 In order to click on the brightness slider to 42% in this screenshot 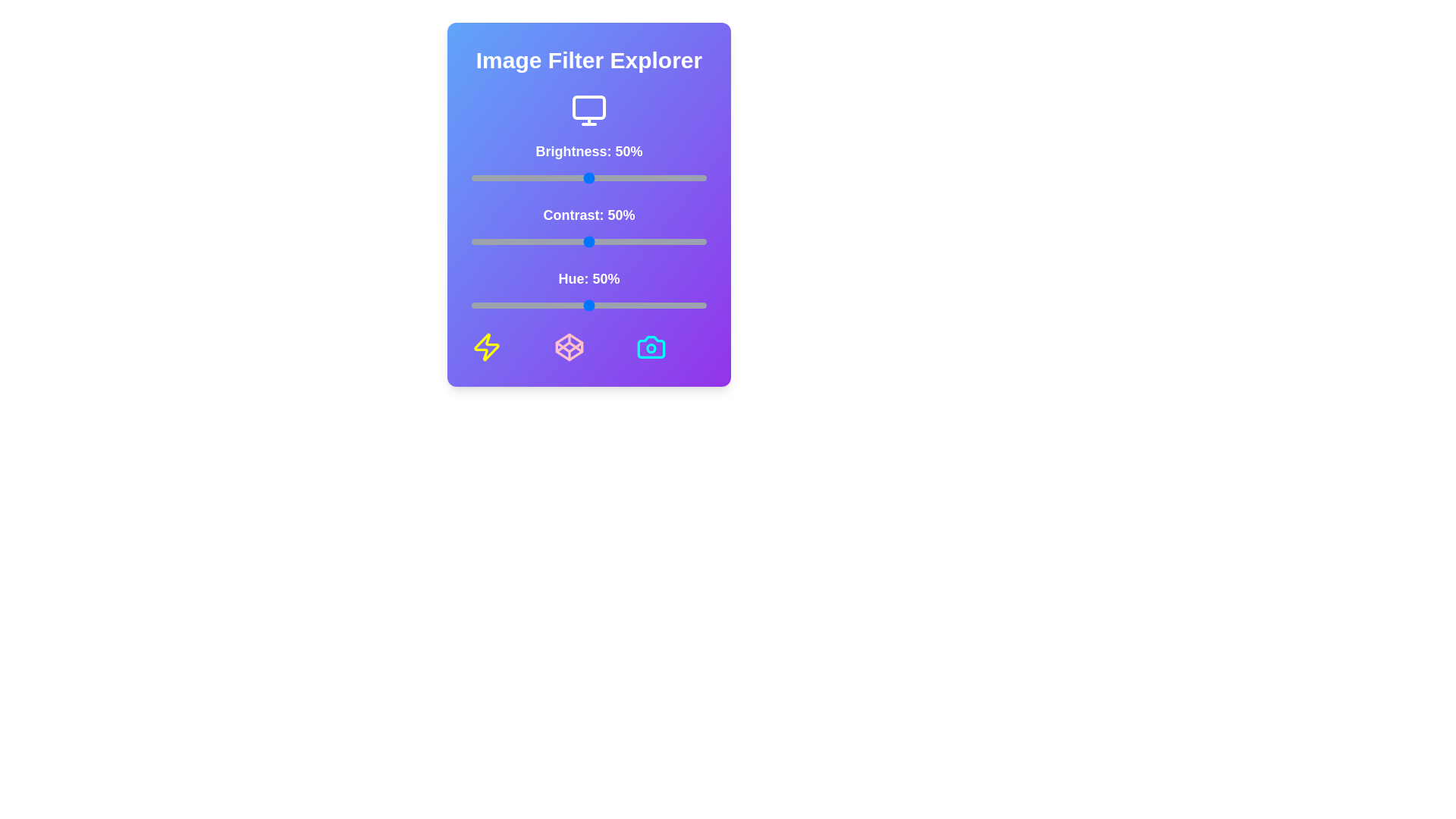, I will do `click(570, 177)`.